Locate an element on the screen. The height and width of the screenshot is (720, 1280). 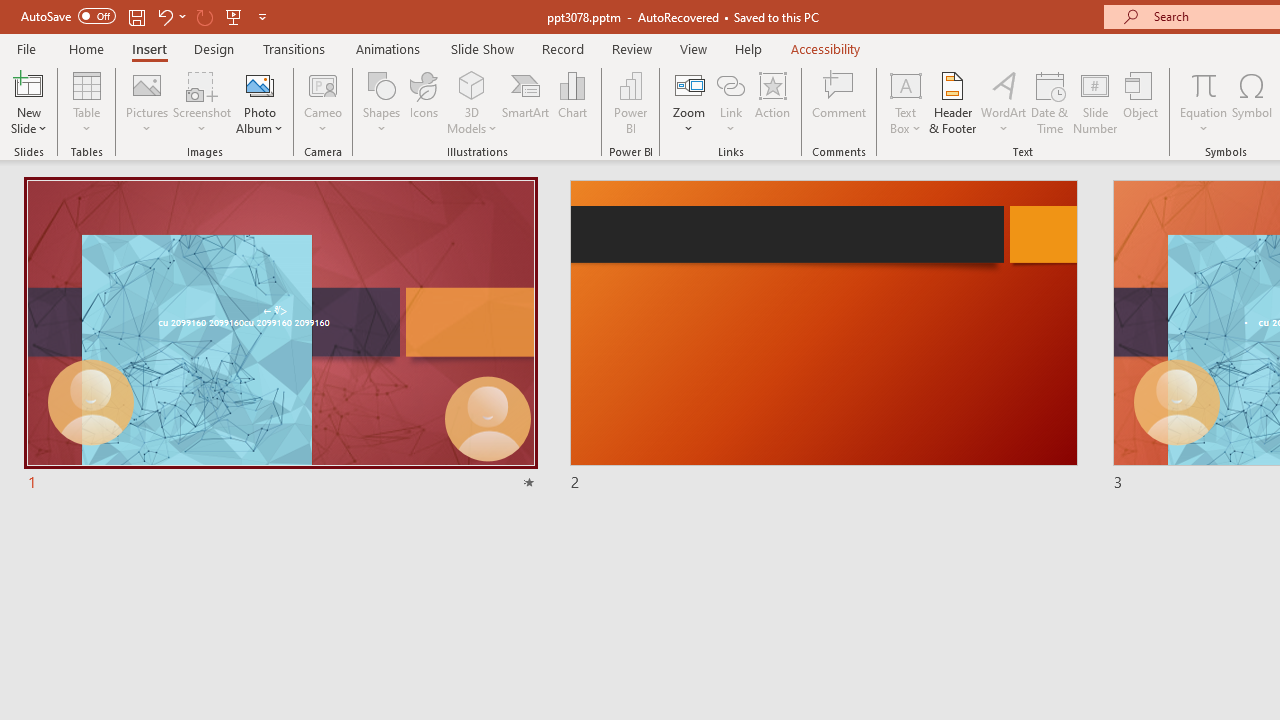
'WordArt' is located at coordinates (1004, 103).